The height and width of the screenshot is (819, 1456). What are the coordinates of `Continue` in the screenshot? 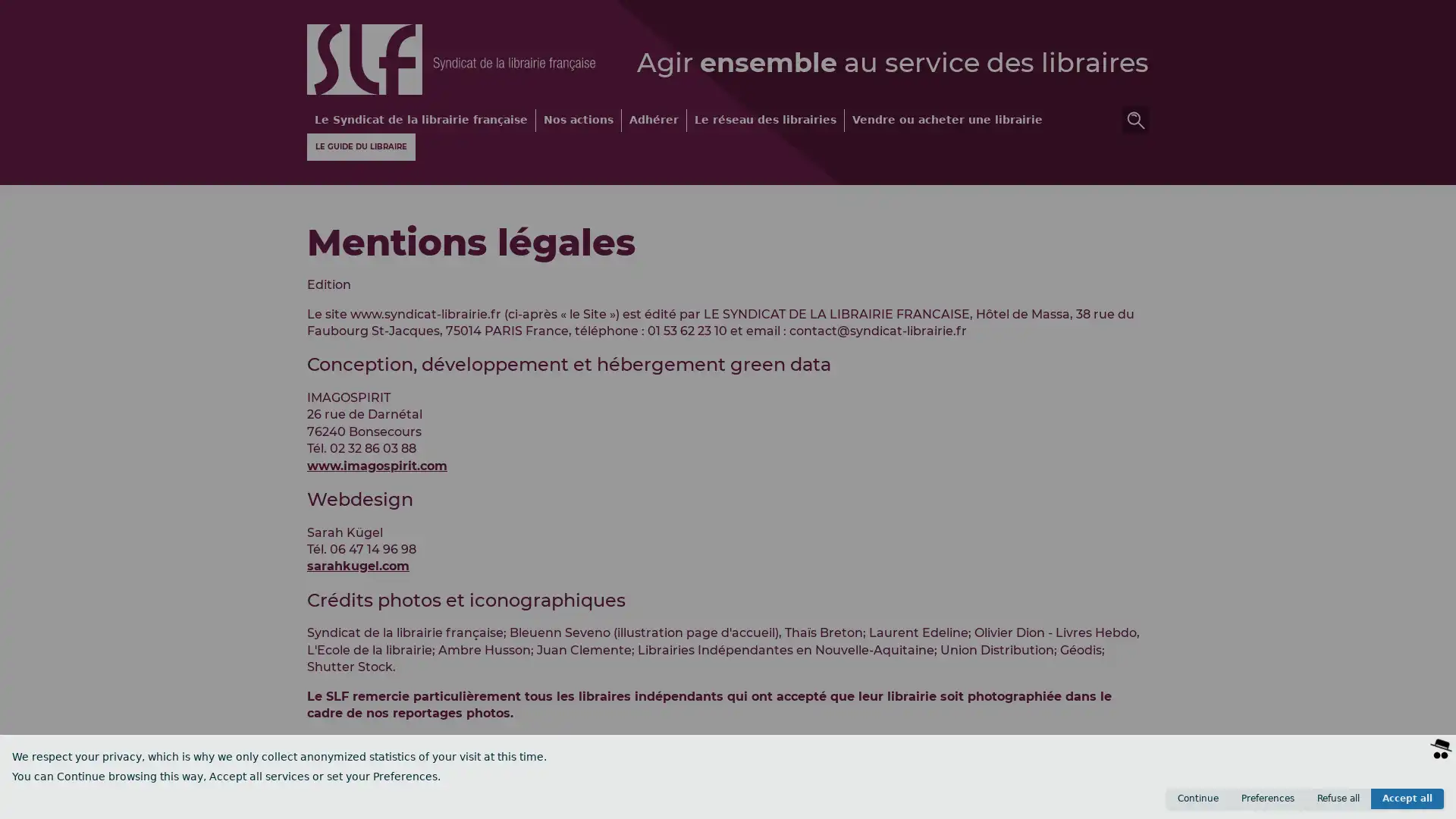 It's located at (1197, 798).